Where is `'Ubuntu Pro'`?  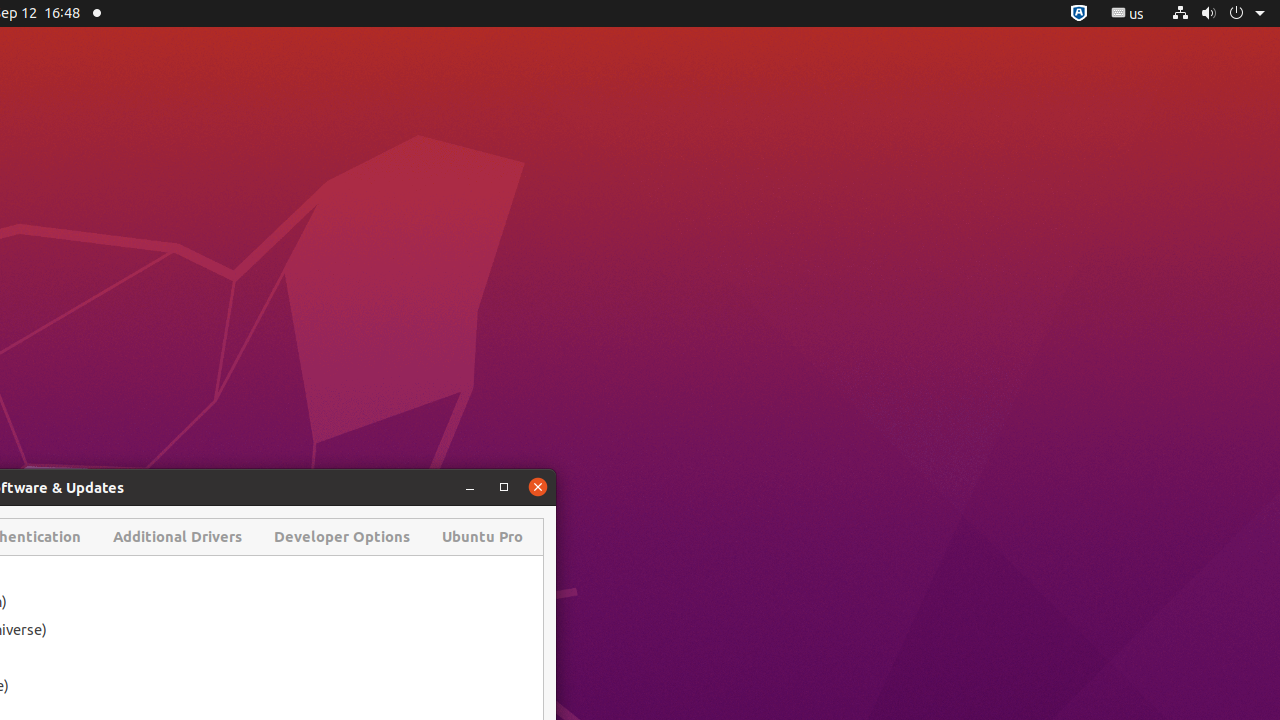
'Ubuntu Pro' is located at coordinates (482, 535).